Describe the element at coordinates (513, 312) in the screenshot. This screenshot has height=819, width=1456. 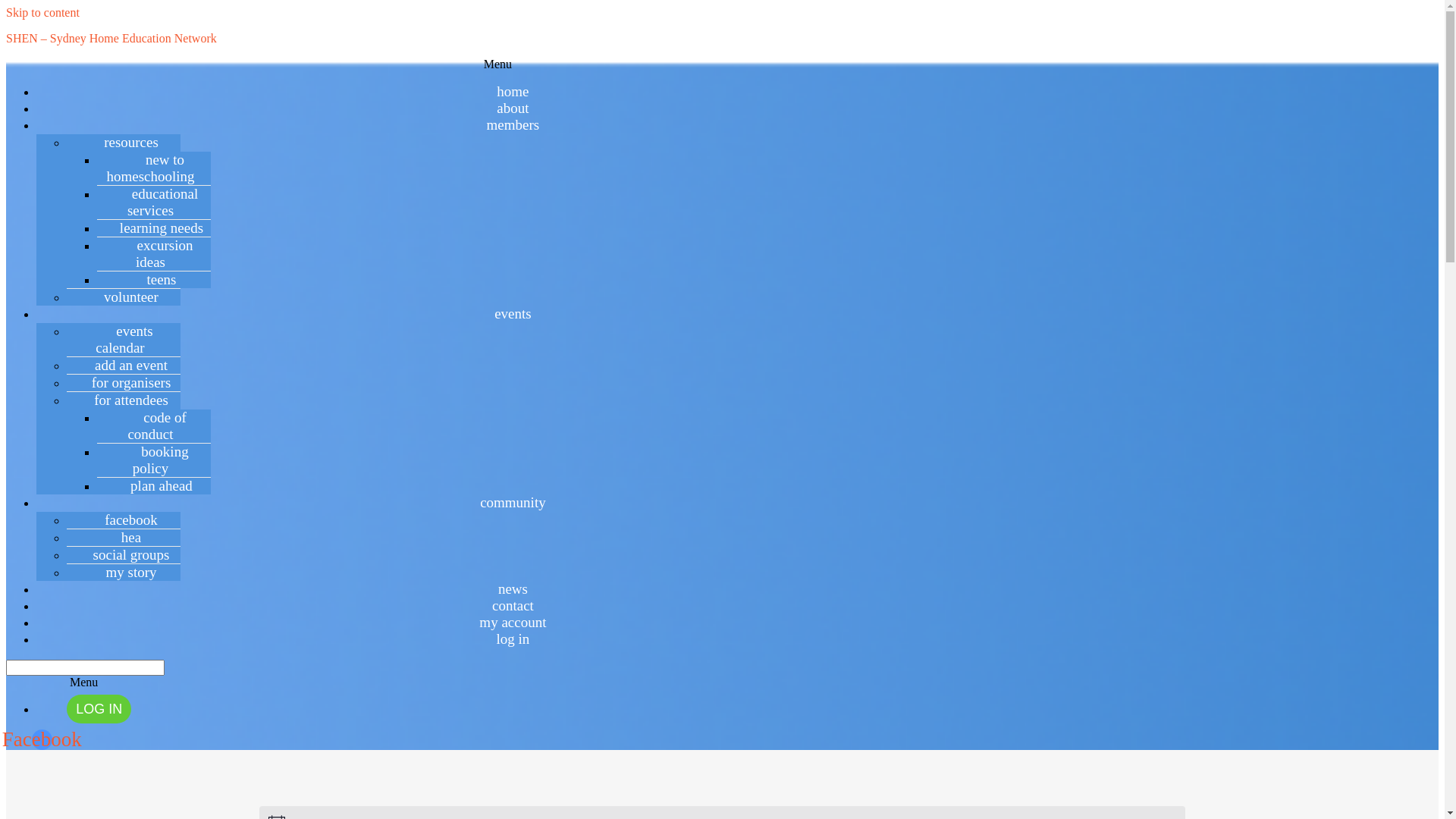
I see `'events'` at that location.